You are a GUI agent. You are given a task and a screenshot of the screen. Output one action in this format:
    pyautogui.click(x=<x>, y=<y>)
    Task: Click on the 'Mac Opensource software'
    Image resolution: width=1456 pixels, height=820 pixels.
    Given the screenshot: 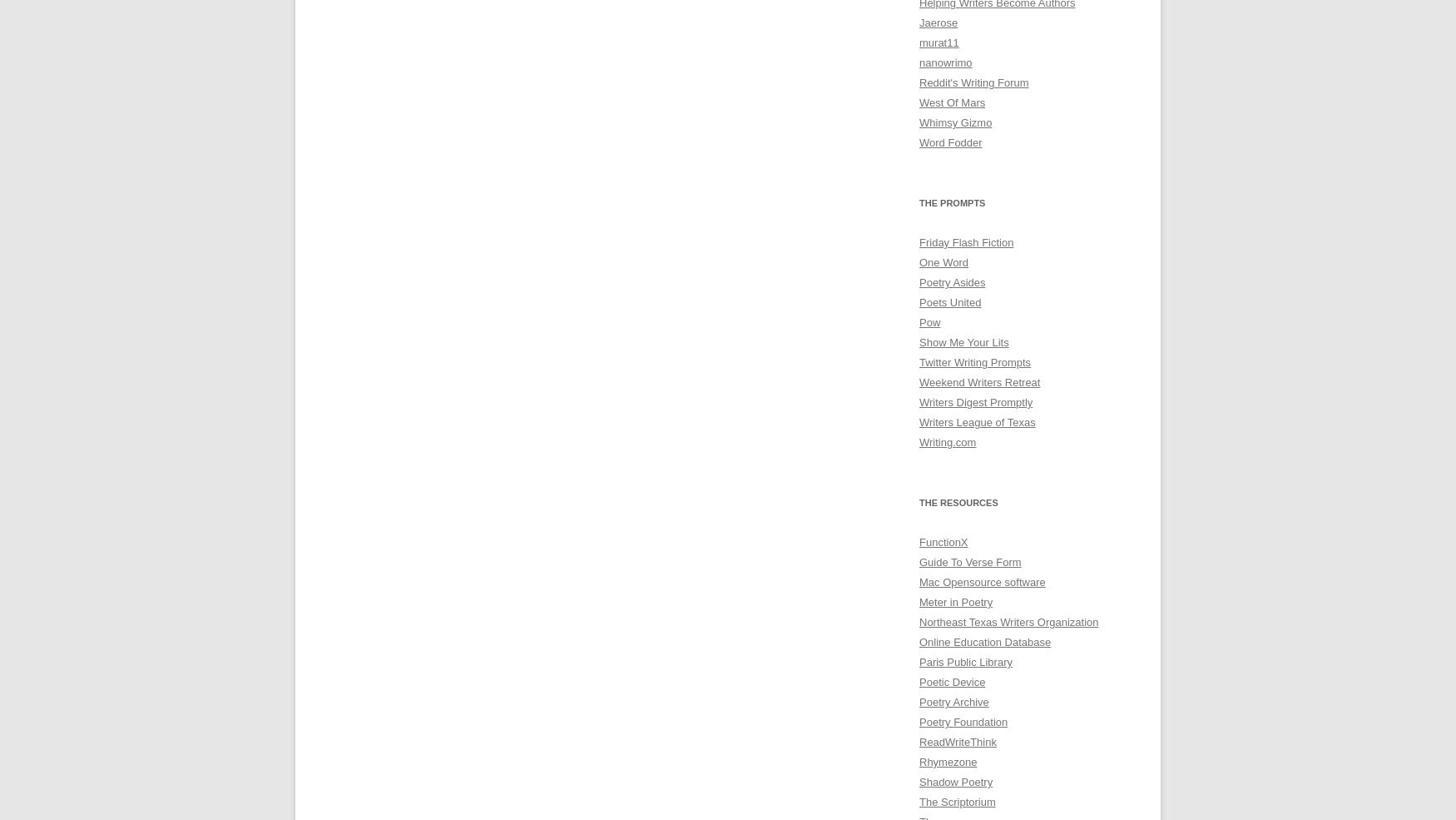 What is the action you would take?
    pyautogui.click(x=919, y=582)
    